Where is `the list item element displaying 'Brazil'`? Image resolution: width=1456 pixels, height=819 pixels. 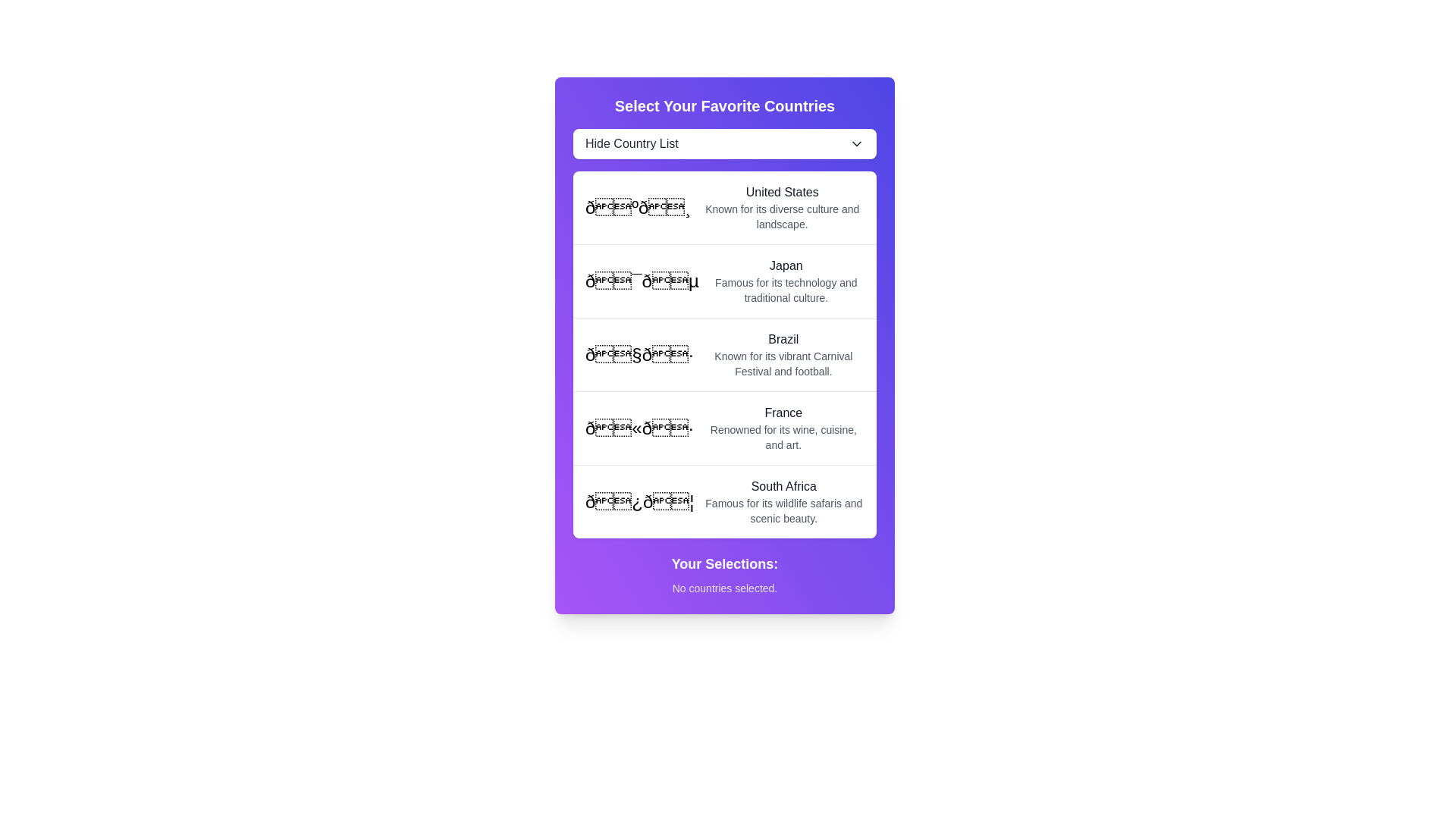
the list item element displaying 'Brazil' is located at coordinates (723, 353).